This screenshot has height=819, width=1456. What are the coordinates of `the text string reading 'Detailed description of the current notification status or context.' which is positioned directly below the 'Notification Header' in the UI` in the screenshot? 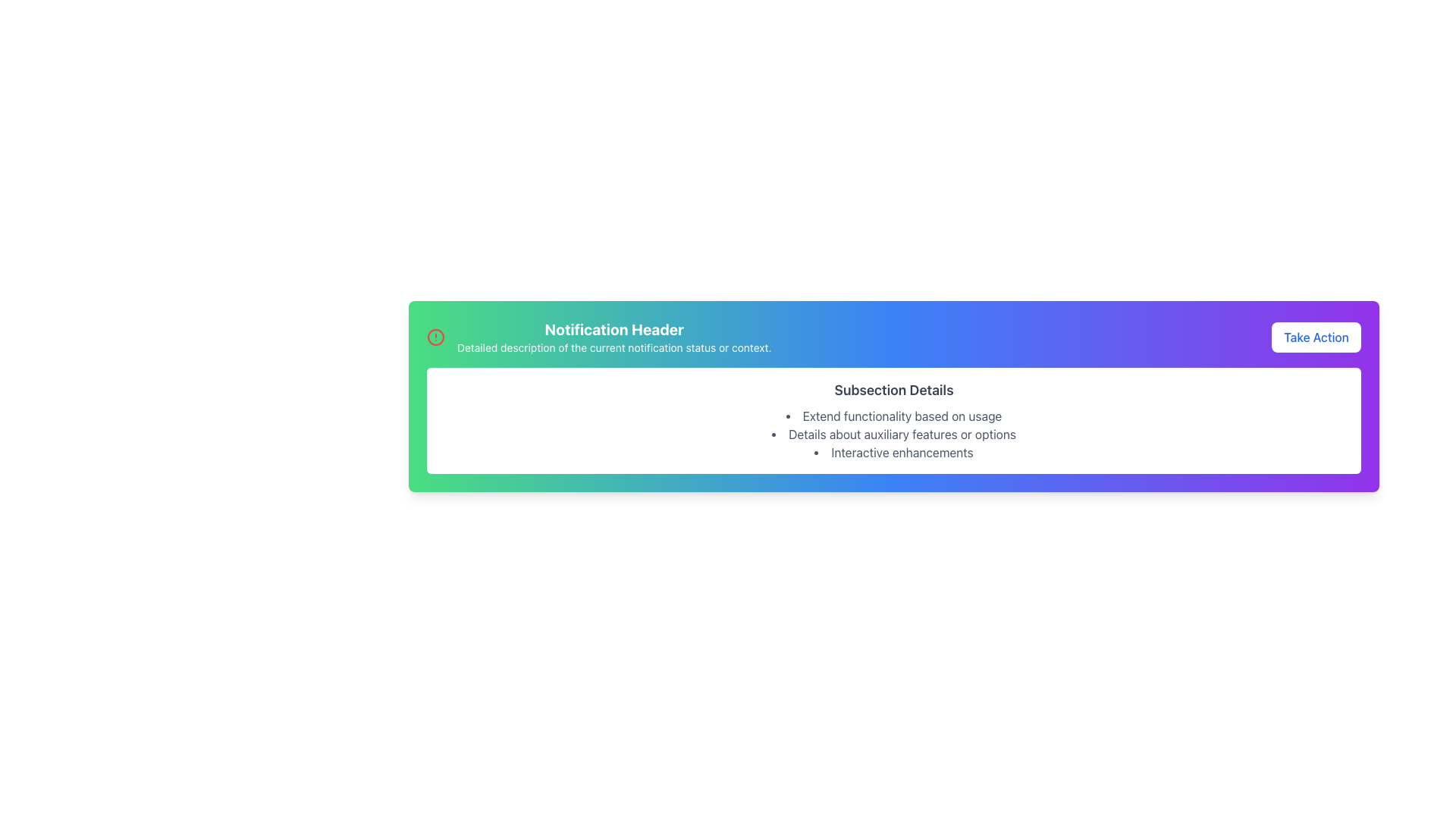 It's located at (614, 348).